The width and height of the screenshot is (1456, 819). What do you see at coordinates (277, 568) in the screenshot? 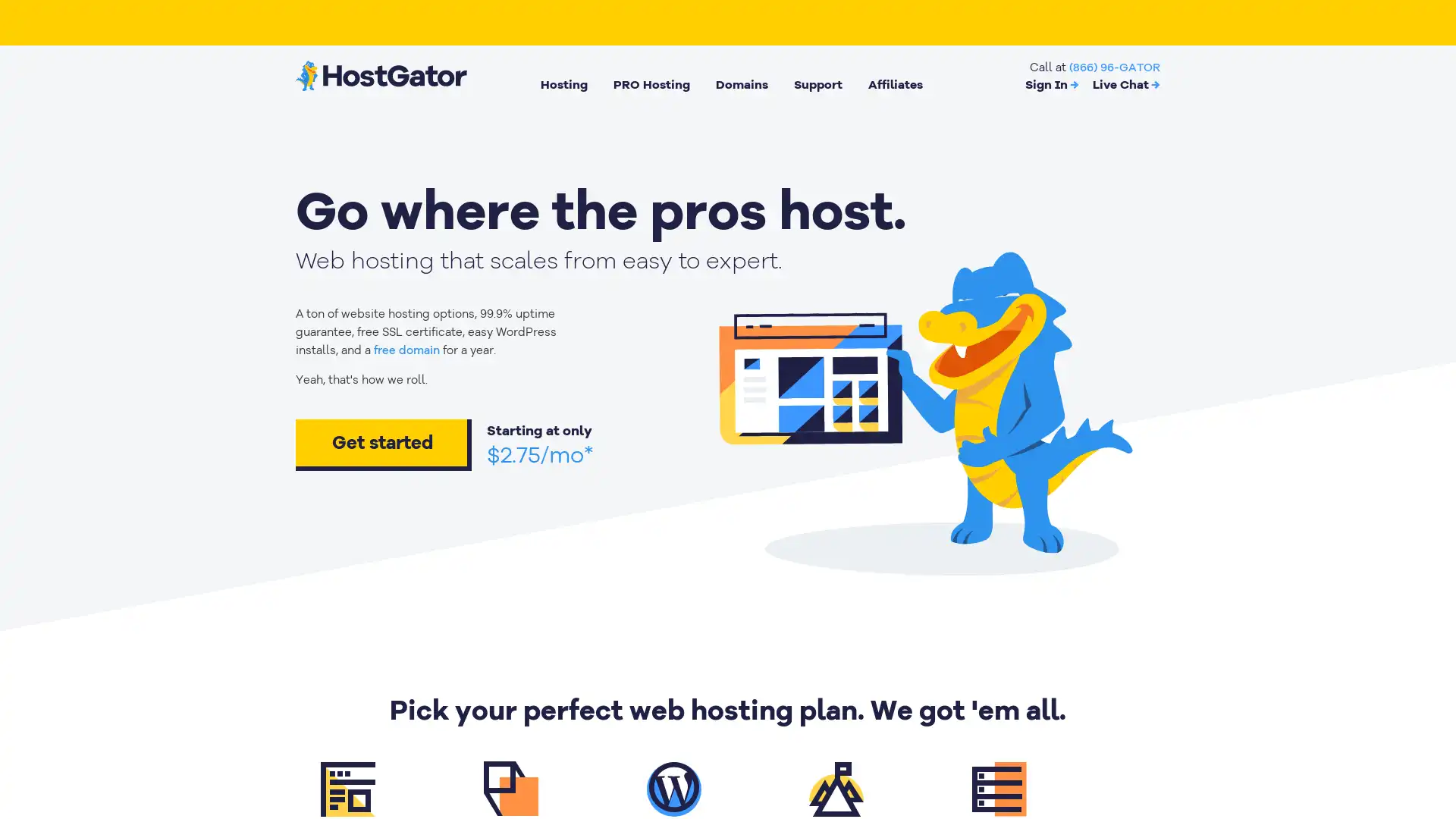
I see `Close` at bounding box center [277, 568].